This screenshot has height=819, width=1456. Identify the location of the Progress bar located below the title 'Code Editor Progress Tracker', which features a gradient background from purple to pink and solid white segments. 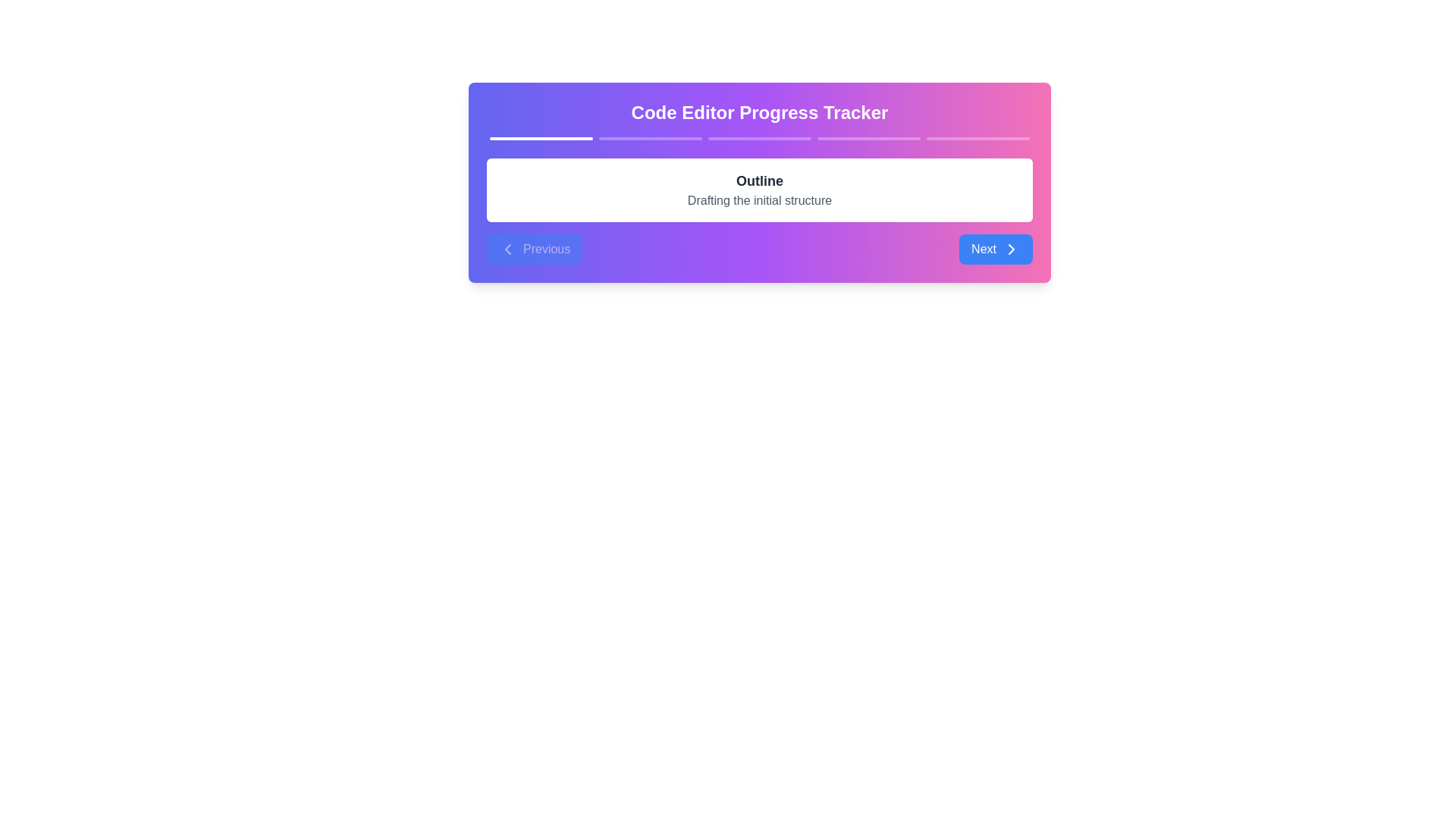
(760, 138).